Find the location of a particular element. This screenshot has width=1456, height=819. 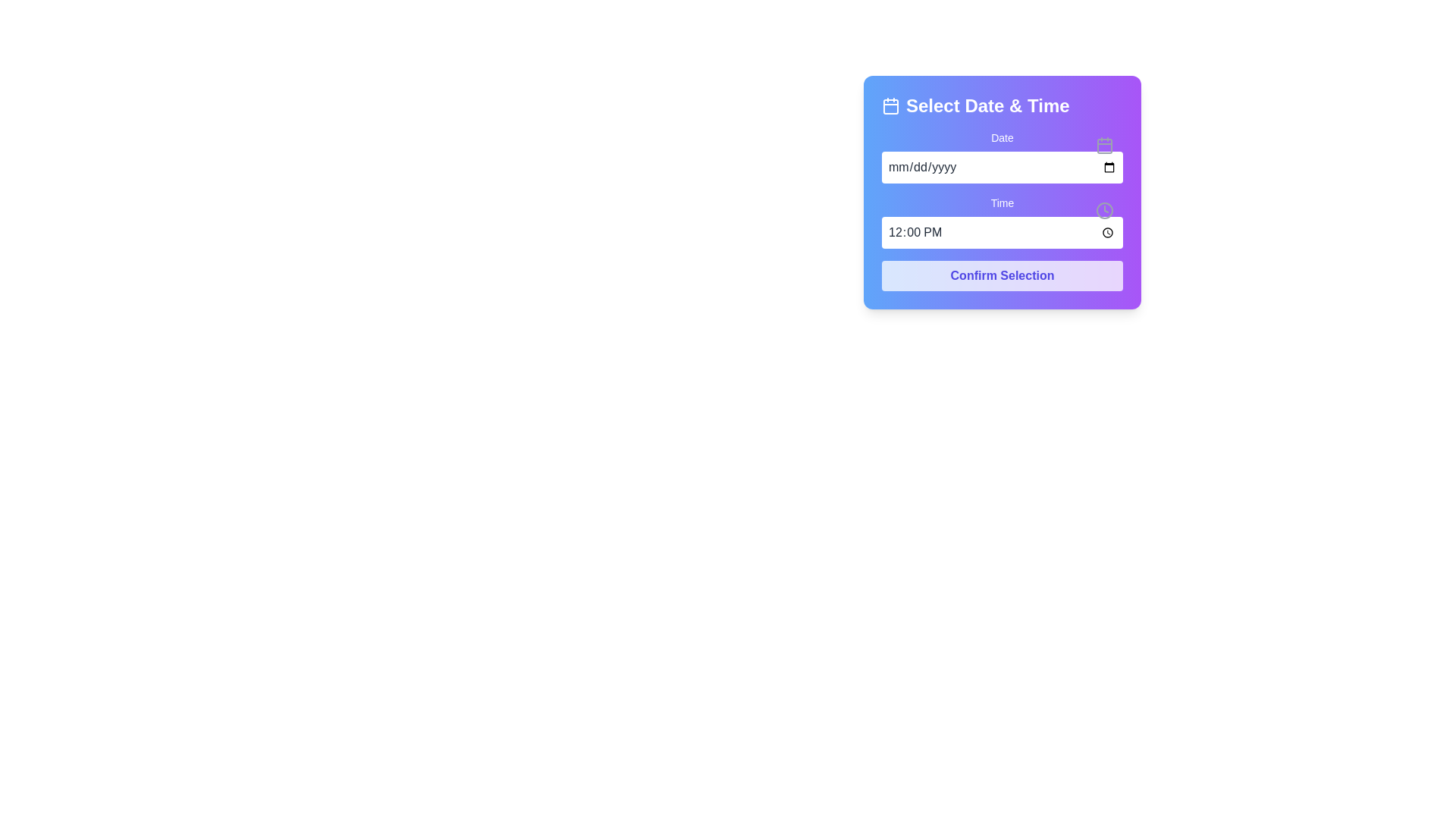

the Date Input Field with Calendar Trigger is located at coordinates (1002, 157).